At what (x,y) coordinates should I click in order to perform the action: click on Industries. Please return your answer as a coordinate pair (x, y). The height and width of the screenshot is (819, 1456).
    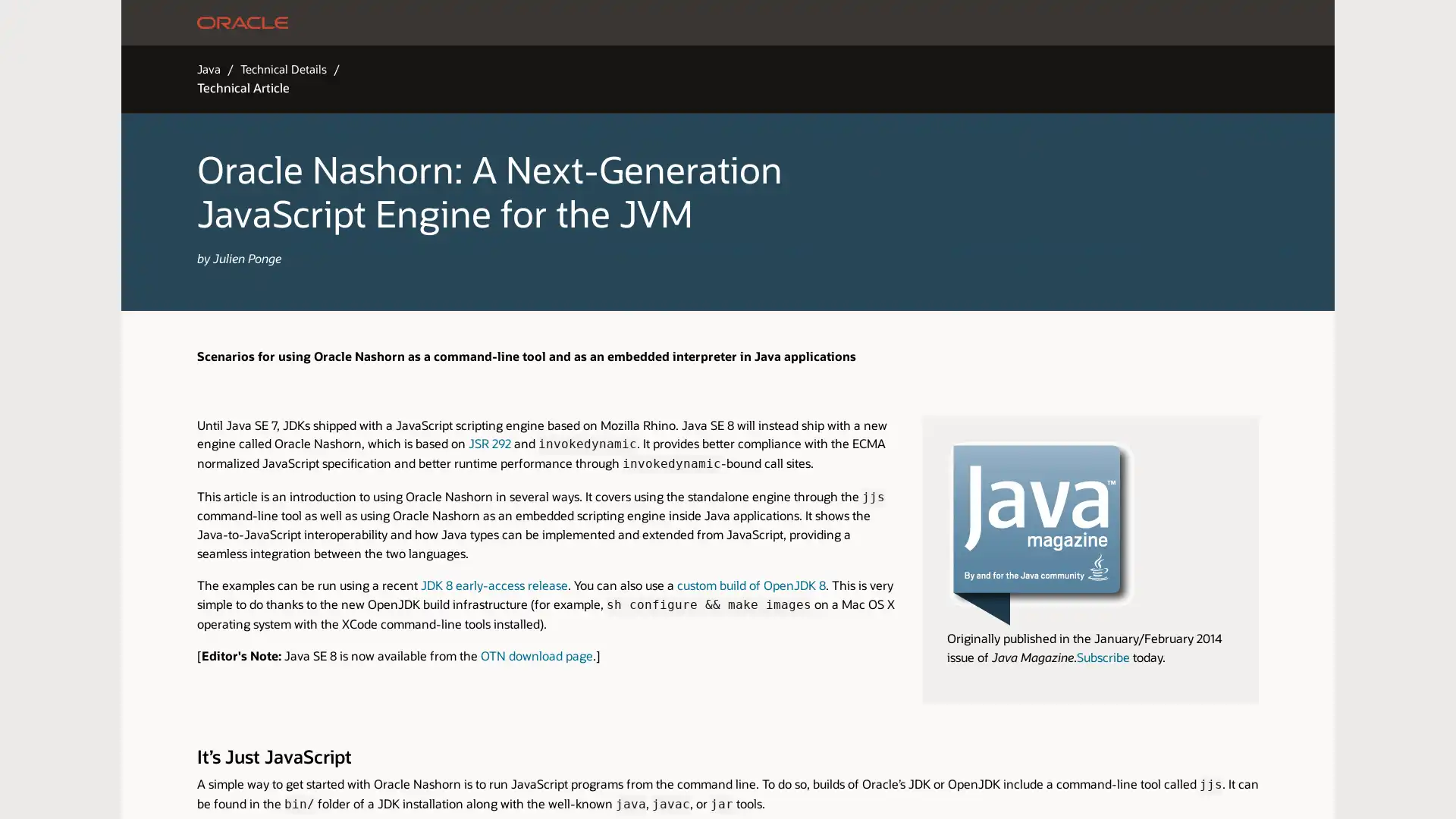
    Looking at the image, I should click on (506, 22).